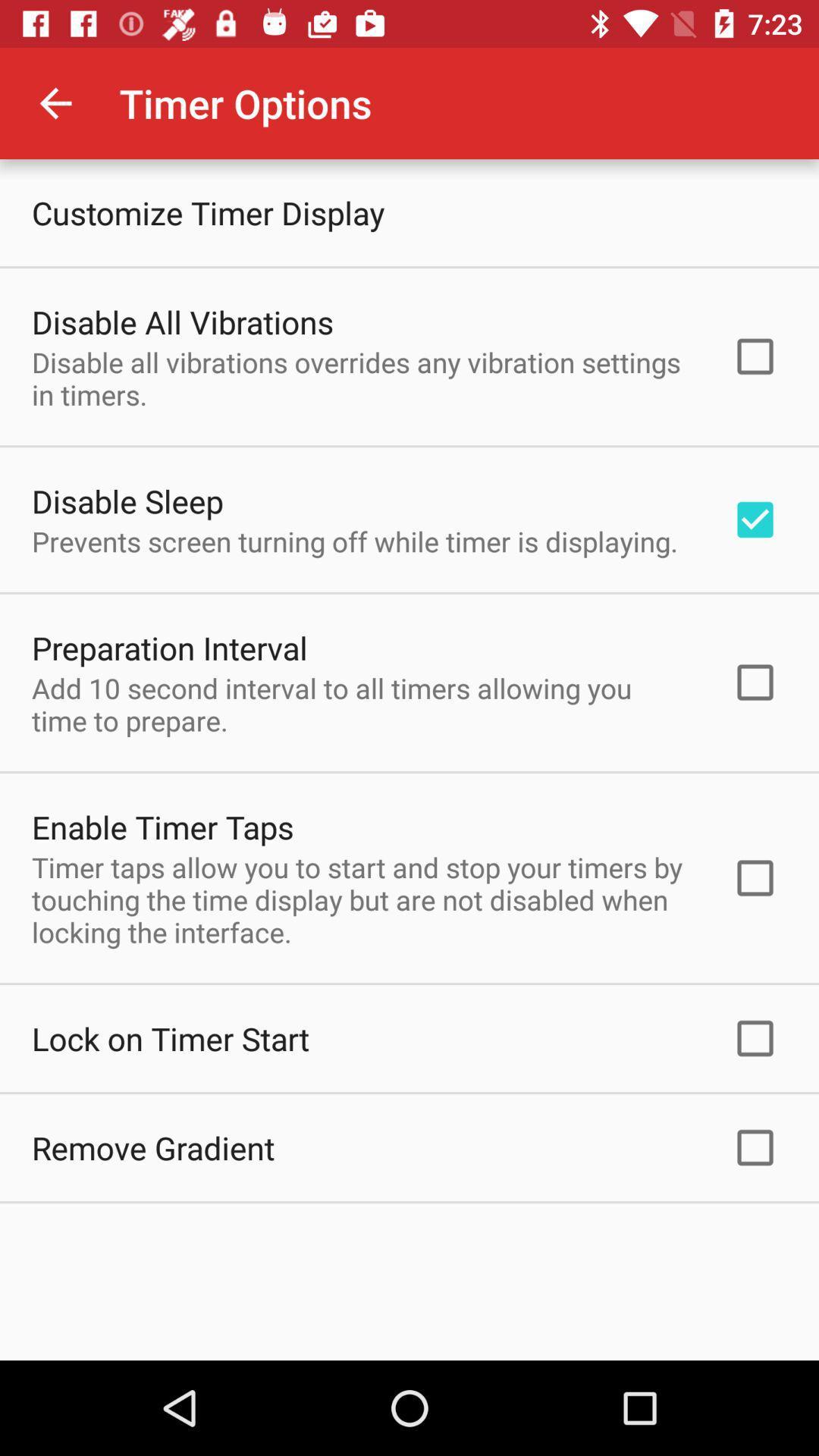 The height and width of the screenshot is (1456, 819). Describe the element at coordinates (755, 877) in the screenshot. I see `the box at enable timer taps line` at that location.